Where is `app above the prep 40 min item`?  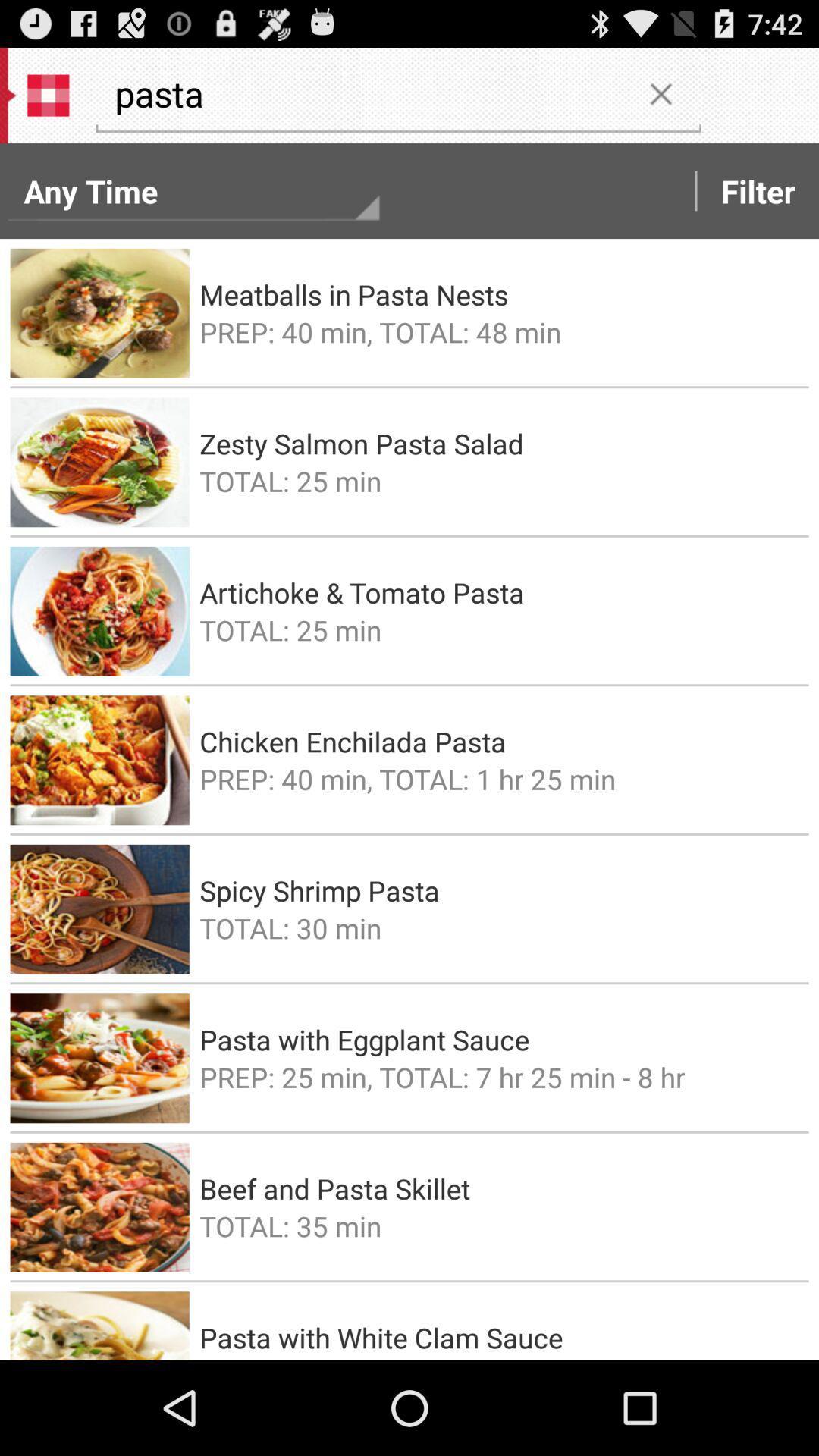 app above the prep 40 min item is located at coordinates (499, 294).